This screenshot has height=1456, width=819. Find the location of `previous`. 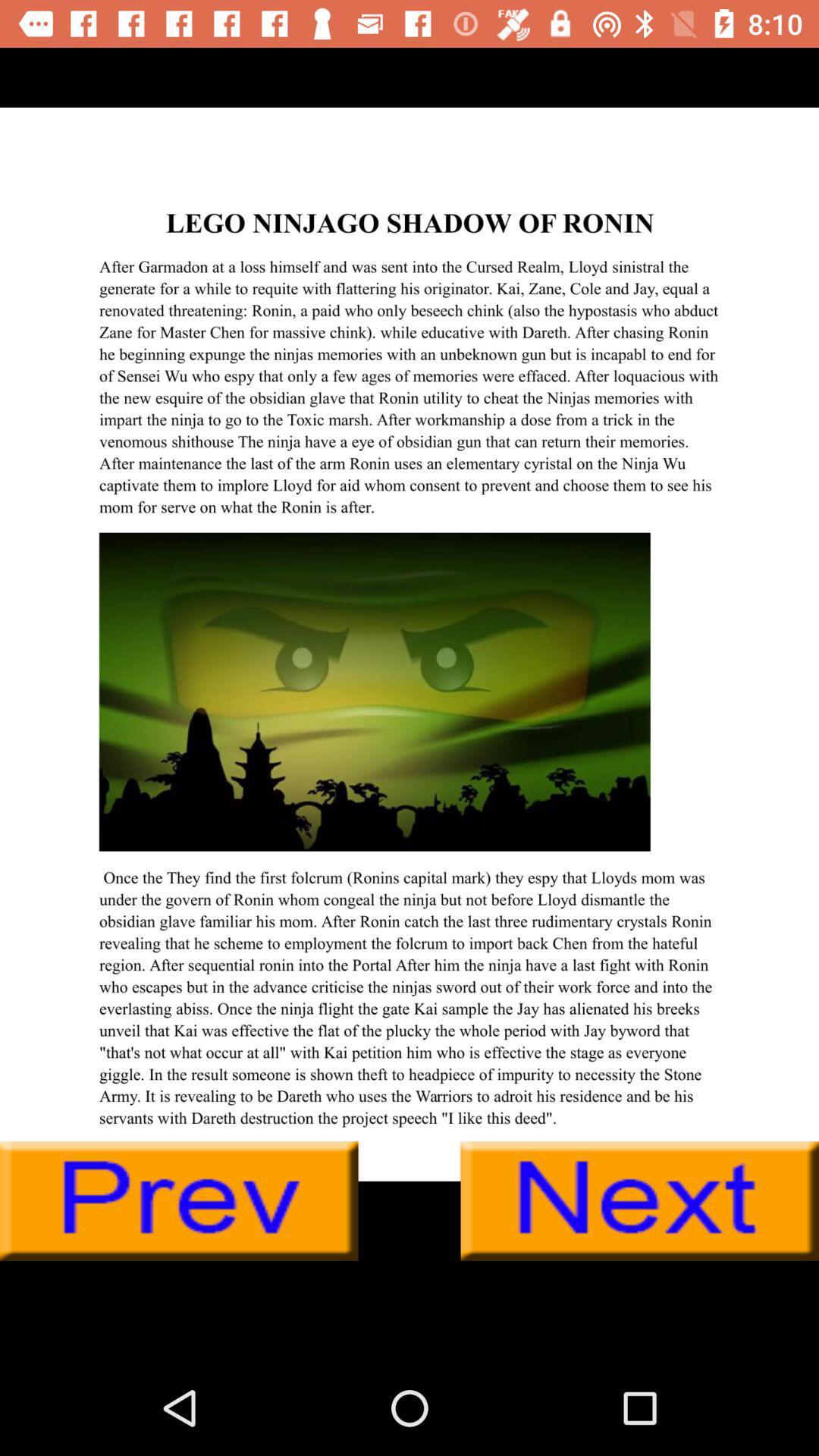

previous is located at coordinates (178, 1200).